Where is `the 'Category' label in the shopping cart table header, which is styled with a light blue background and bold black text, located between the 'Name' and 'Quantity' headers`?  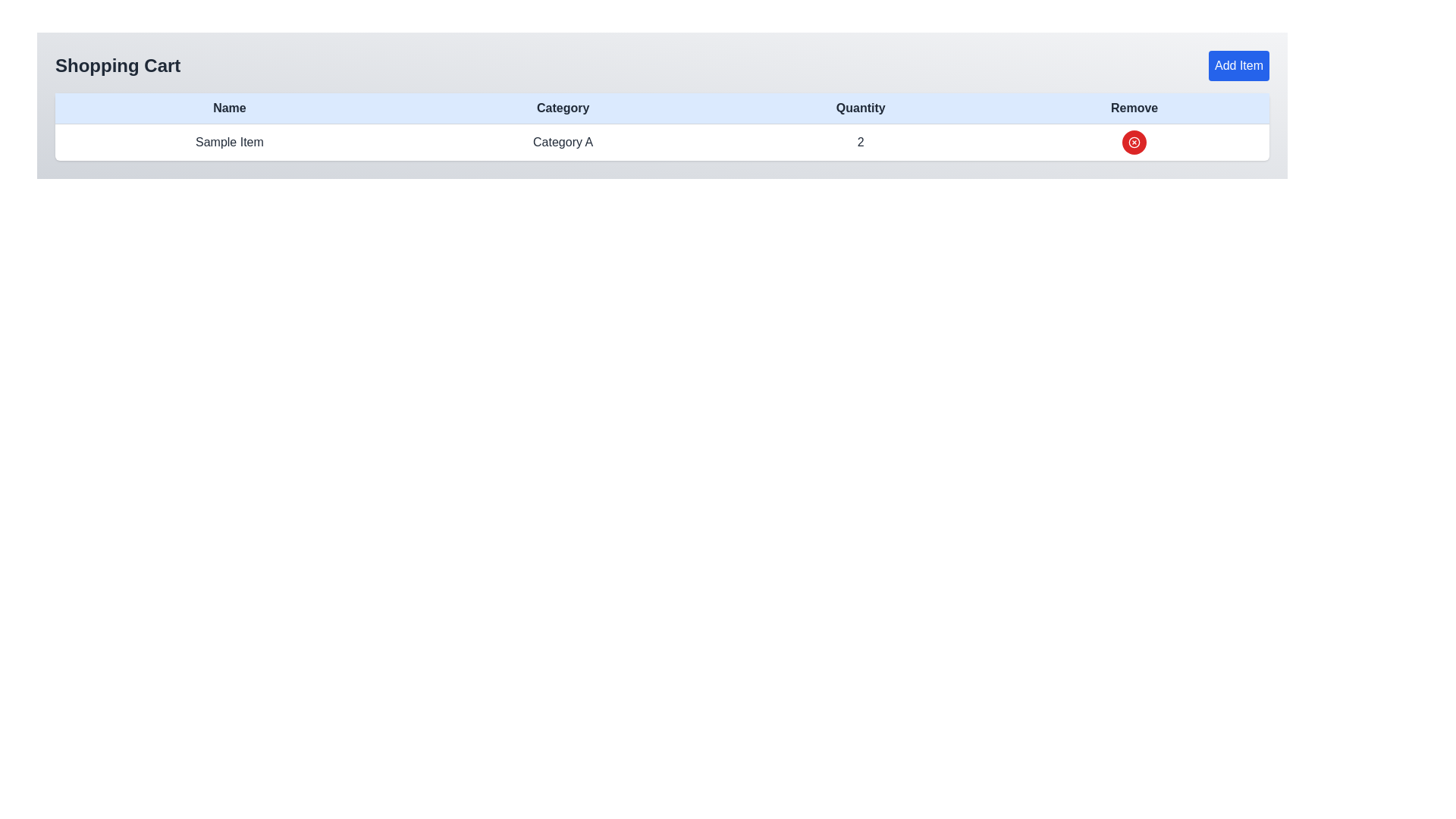
the 'Category' label in the shopping cart table header, which is styled with a light blue background and bold black text, located between the 'Name' and 'Quantity' headers is located at coordinates (562, 108).